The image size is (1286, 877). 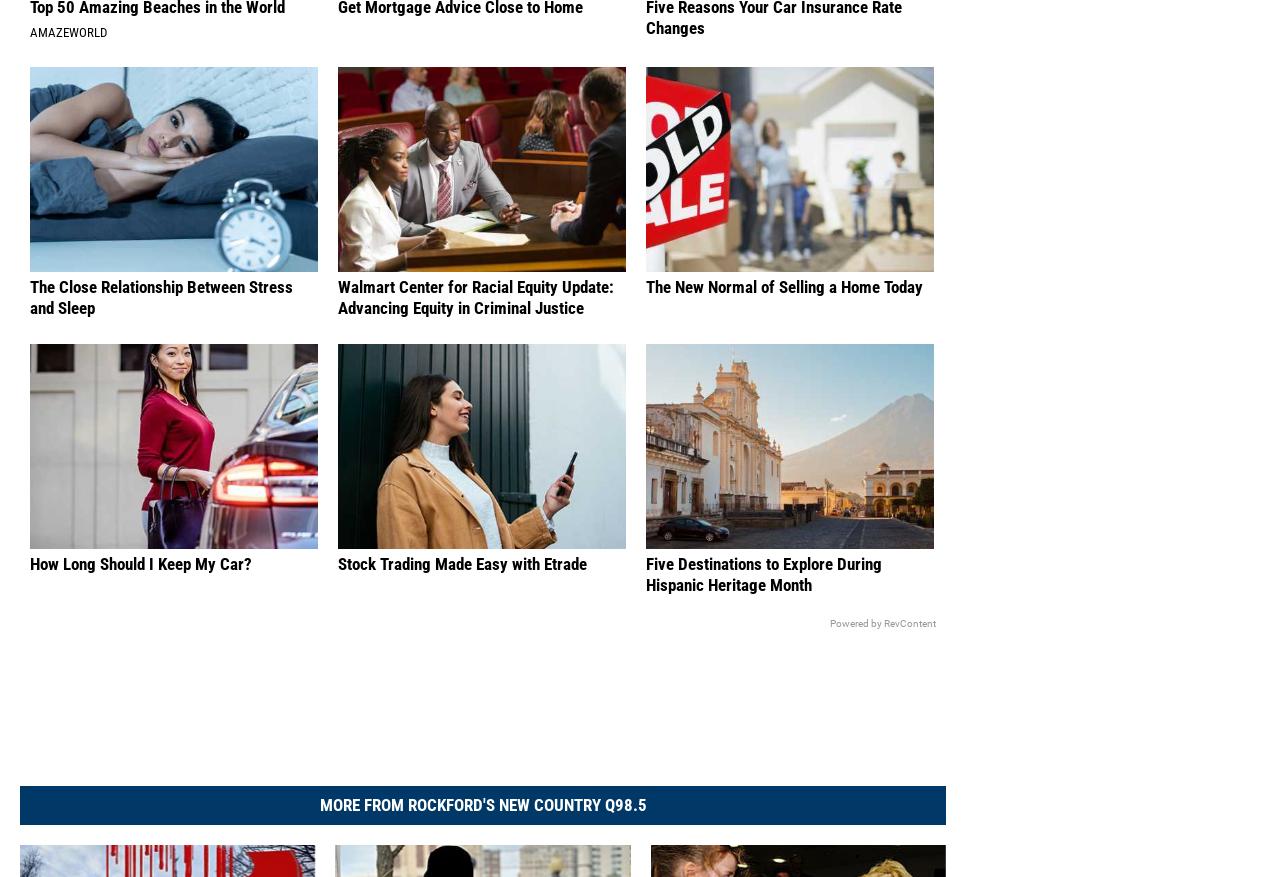 I want to click on 'The Close Relationship Between Stress and Sleep', so click(x=161, y=318).